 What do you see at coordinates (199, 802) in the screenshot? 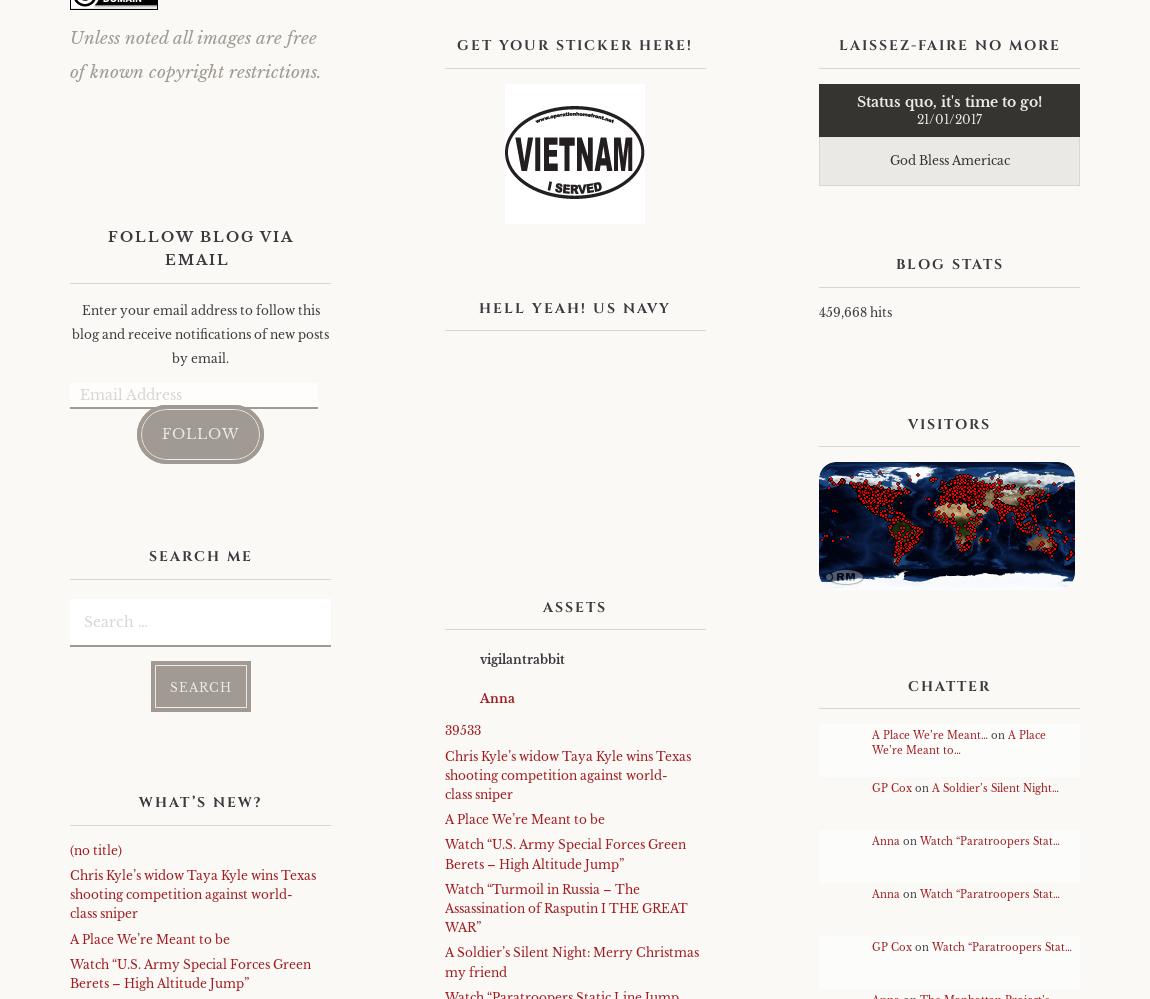
I see `'What’s New?'` at bounding box center [199, 802].